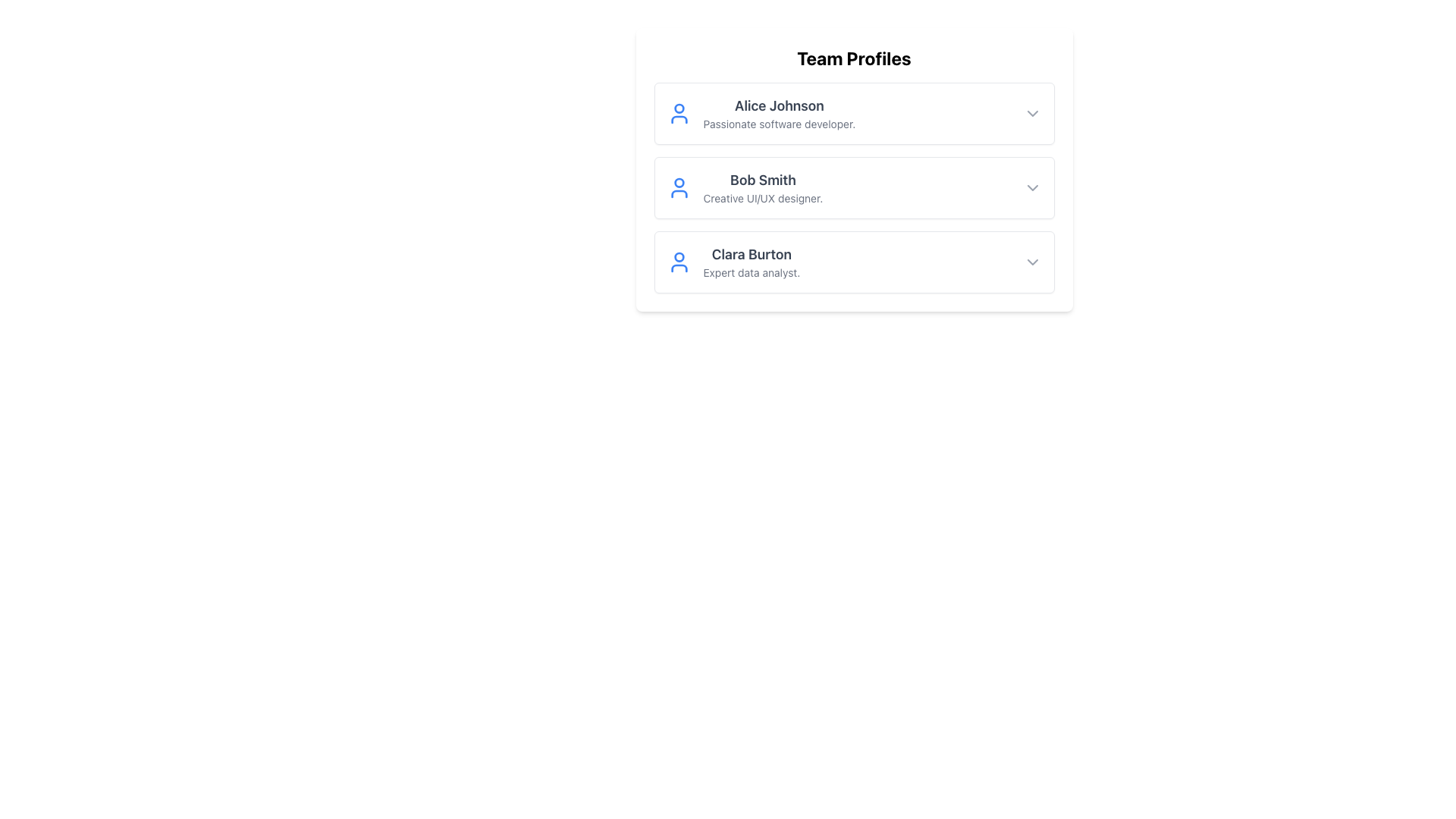  I want to click on the circular element in the user profile icon located in the 'Team Profiles' section, which is adjacent to 'Bob Smith's' name, so click(678, 182).